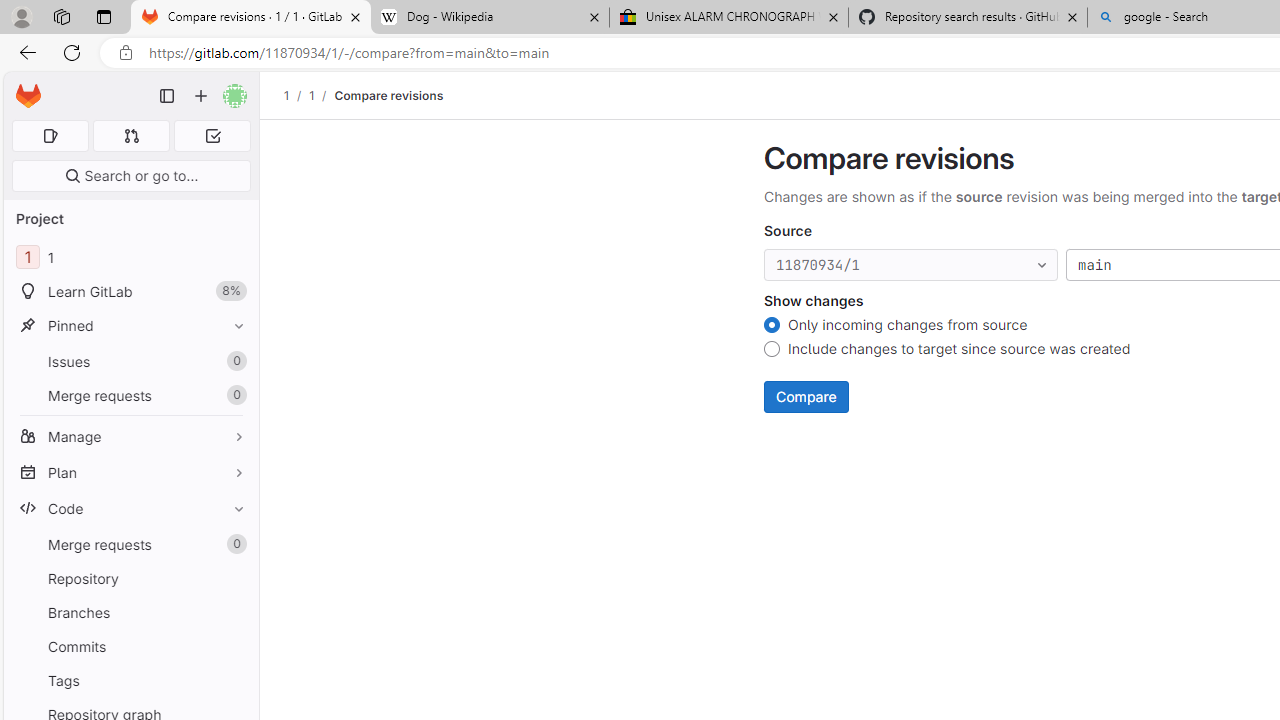  What do you see at coordinates (130, 544) in the screenshot?
I see `'Merge requests 0'` at bounding box center [130, 544].